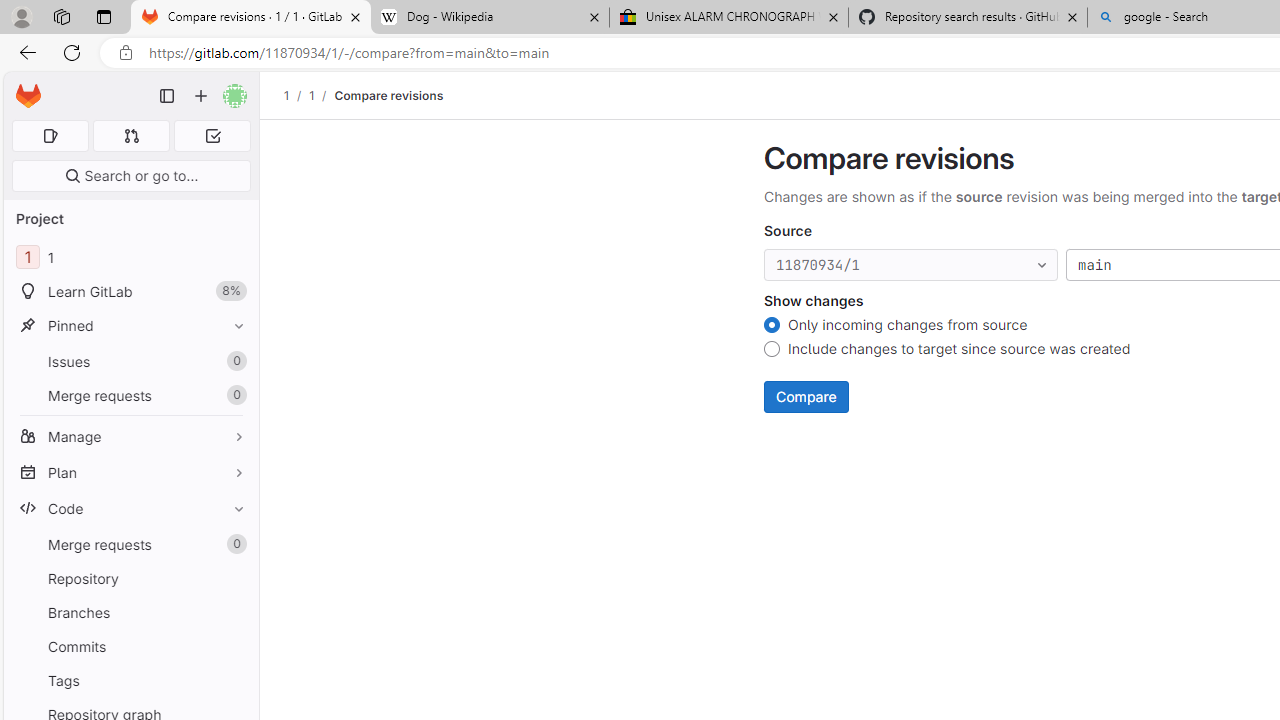  What do you see at coordinates (130, 544) in the screenshot?
I see `'Merge requests 0'` at bounding box center [130, 544].